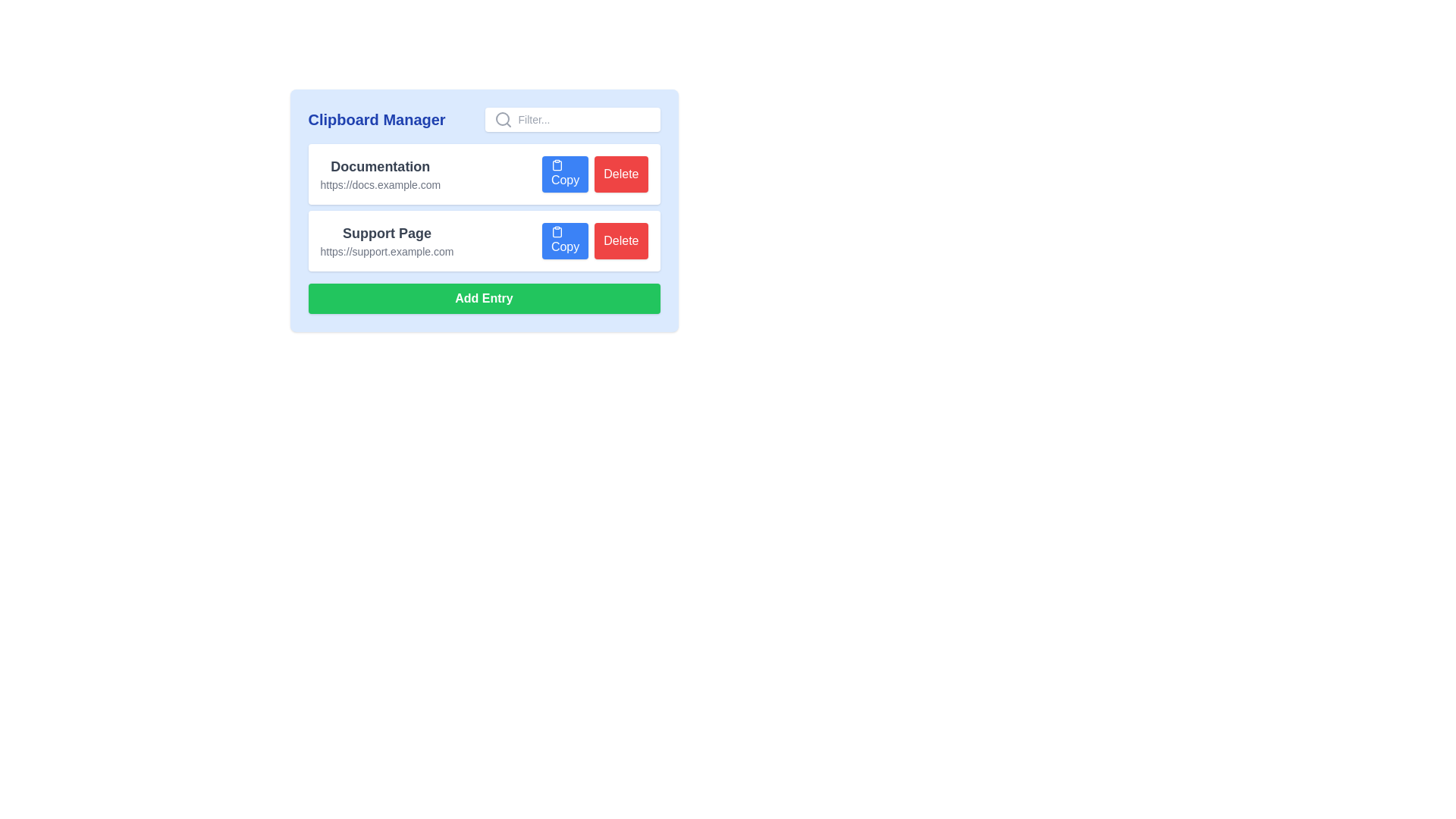 This screenshot has width=1456, height=819. Describe the element at coordinates (564, 240) in the screenshot. I see `the blue 'Copy' button located to the right of the 'Support Page' entry to copy the associated content` at that location.